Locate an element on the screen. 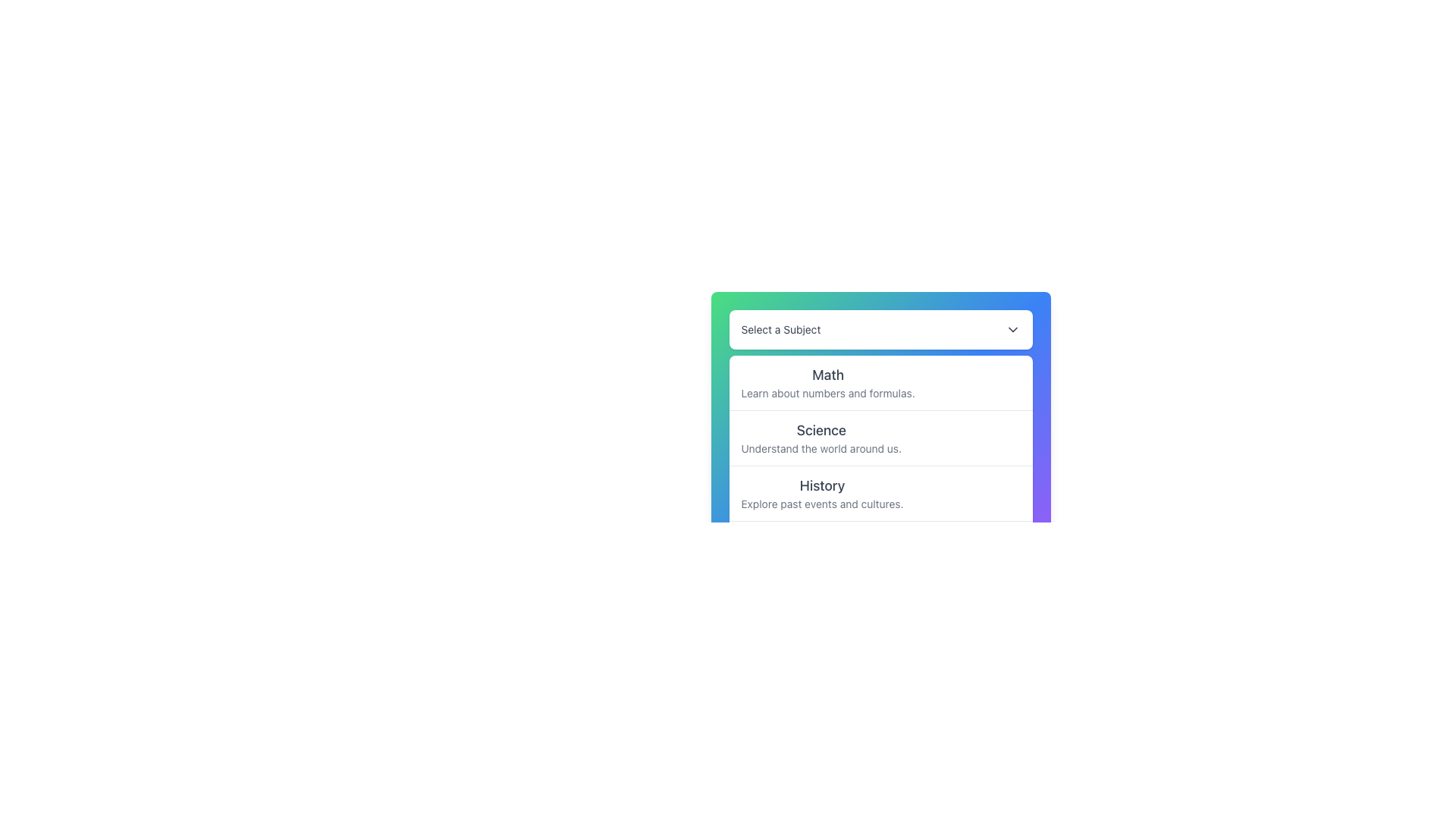  the third option in the vertical list menu, which is located between the 'Science' and 'Art' options is located at coordinates (880, 493).